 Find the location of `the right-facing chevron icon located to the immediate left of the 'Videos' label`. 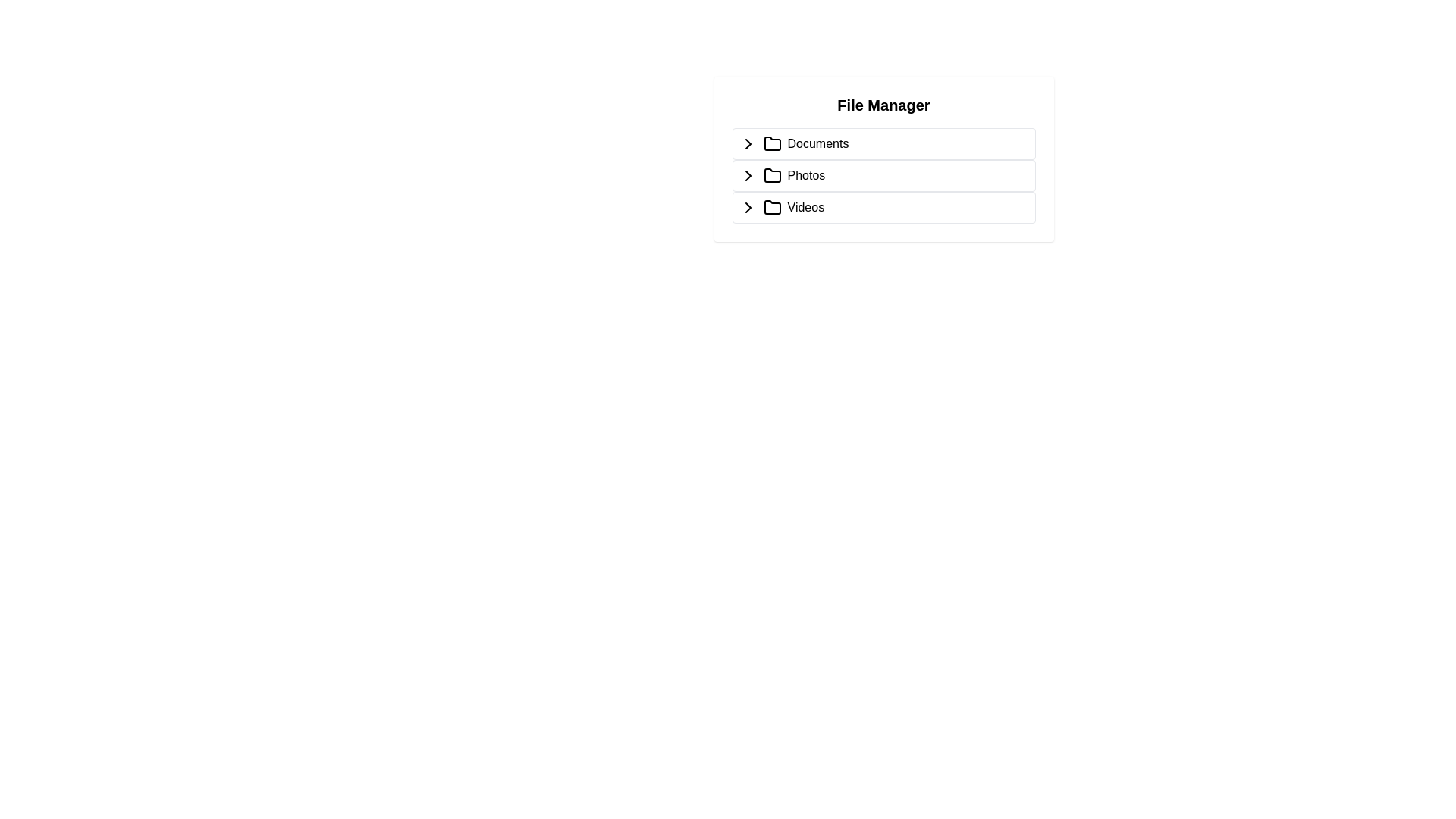

the right-facing chevron icon located to the immediate left of the 'Videos' label is located at coordinates (748, 207).